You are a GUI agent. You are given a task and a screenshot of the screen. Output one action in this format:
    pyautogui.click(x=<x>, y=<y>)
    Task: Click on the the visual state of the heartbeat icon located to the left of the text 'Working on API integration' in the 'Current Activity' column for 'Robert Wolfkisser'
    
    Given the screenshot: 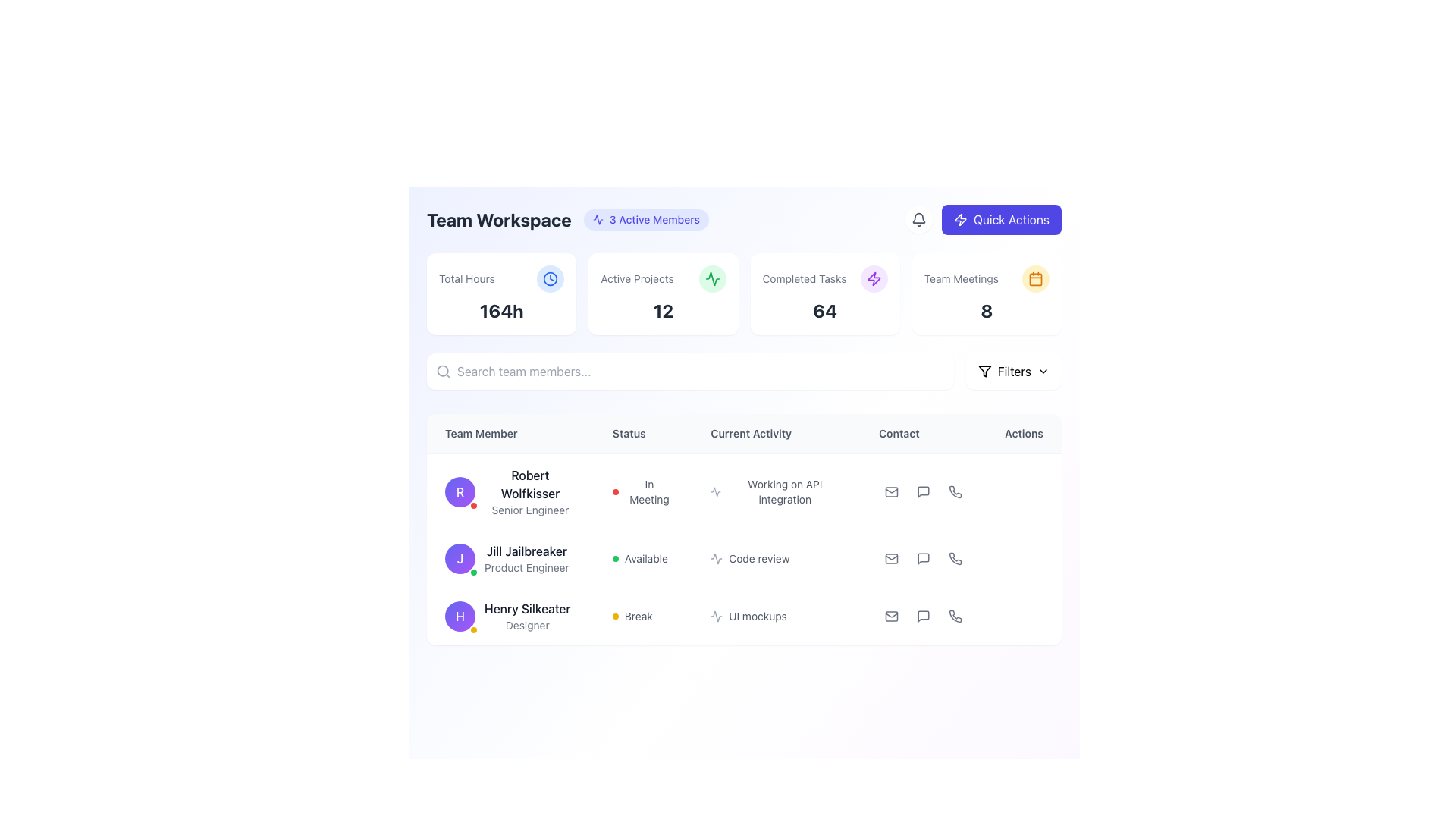 What is the action you would take?
    pyautogui.click(x=715, y=491)
    